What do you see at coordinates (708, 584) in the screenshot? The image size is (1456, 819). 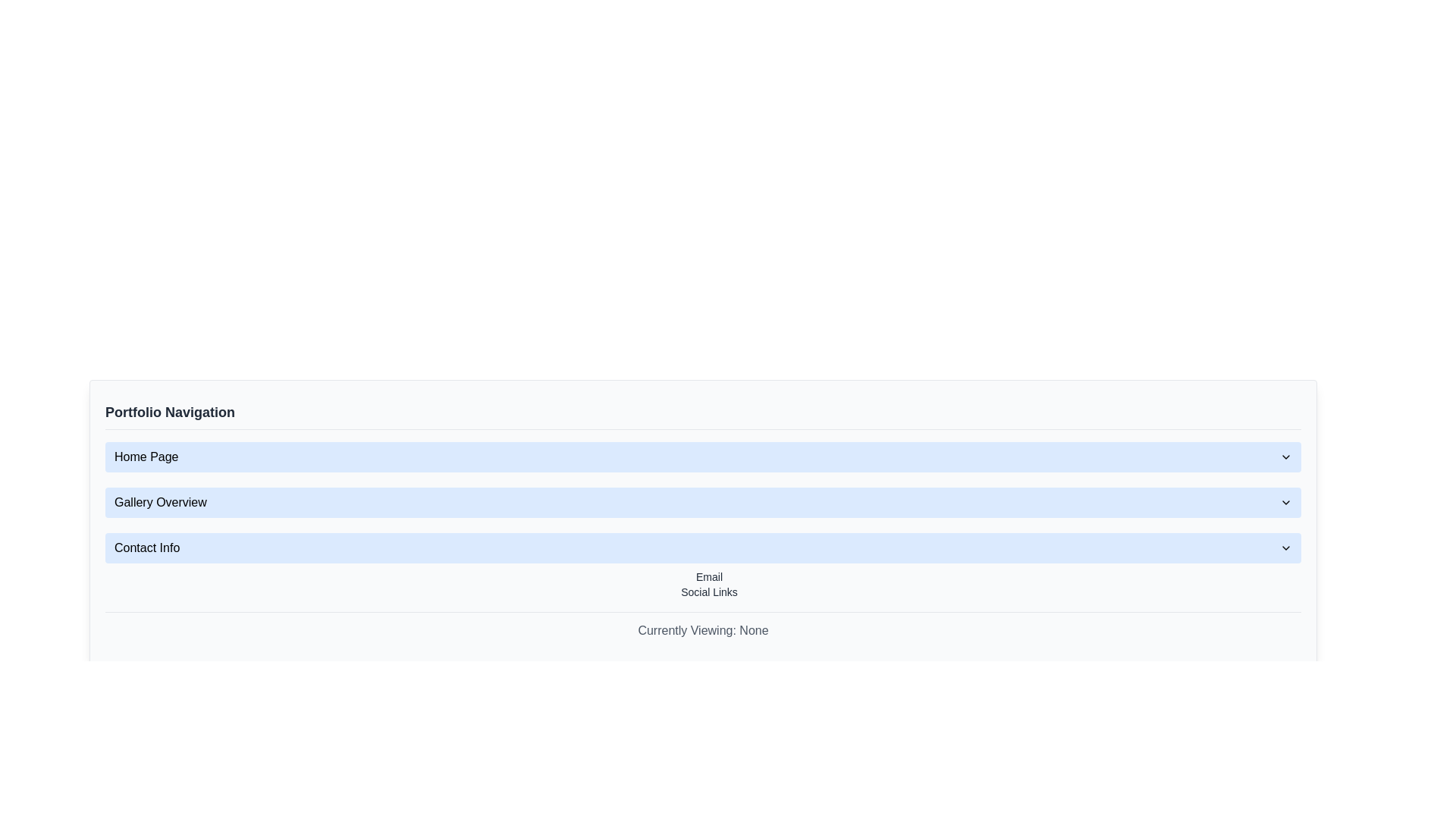 I see `the specific links within the 'Email' and 'Social Links' text block located at the bottom of the 'Contact Info' section` at bounding box center [708, 584].